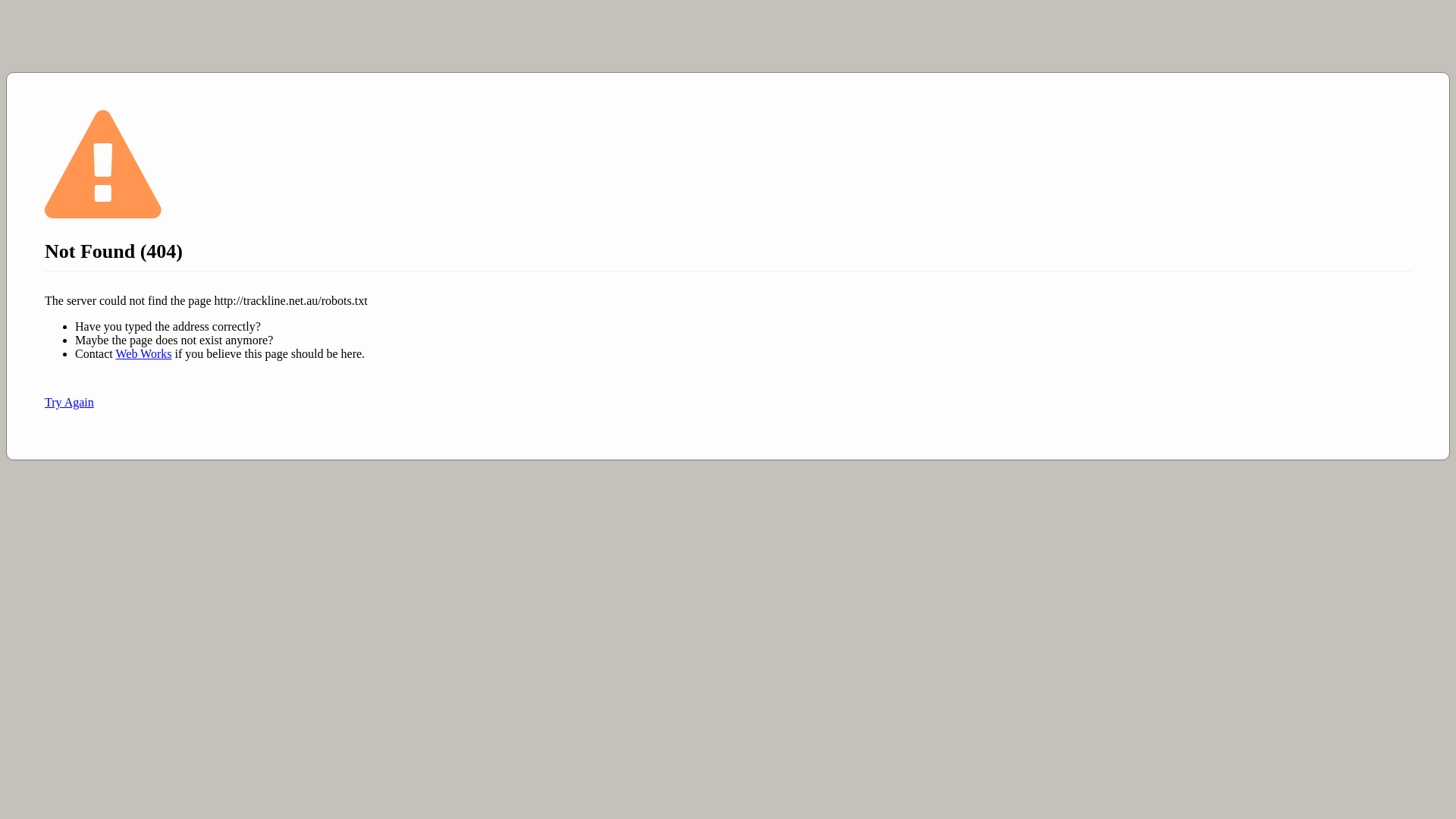  What do you see at coordinates (143, 353) in the screenshot?
I see `'Web Works'` at bounding box center [143, 353].